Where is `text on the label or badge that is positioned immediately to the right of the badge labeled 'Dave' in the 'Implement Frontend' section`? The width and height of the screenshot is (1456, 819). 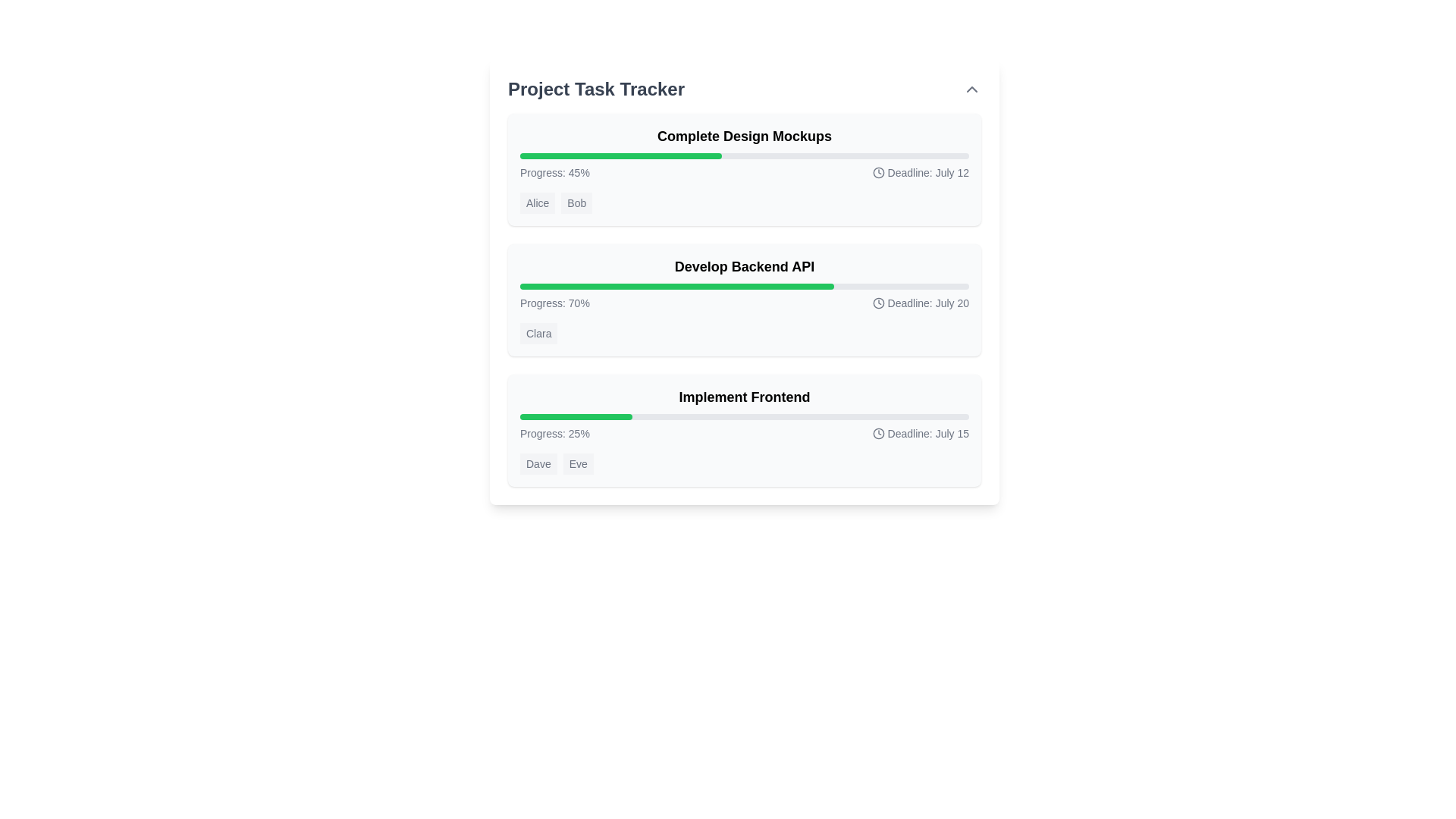
text on the label or badge that is positioned immediately to the right of the badge labeled 'Dave' in the 'Implement Frontend' section is located at coordinates (577, 463).